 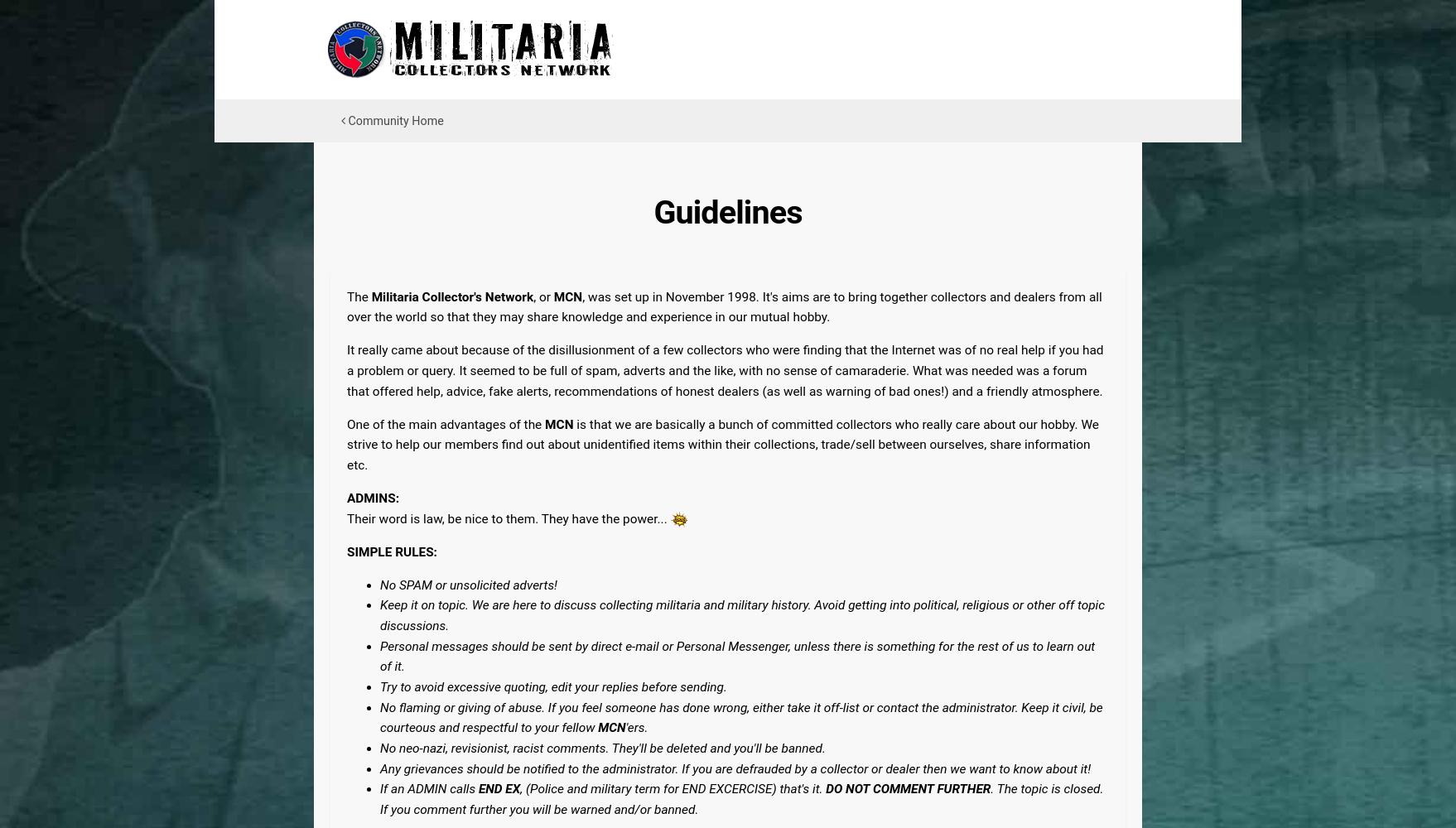 I want to click on 'Community Home', so click(x=393, y=121).